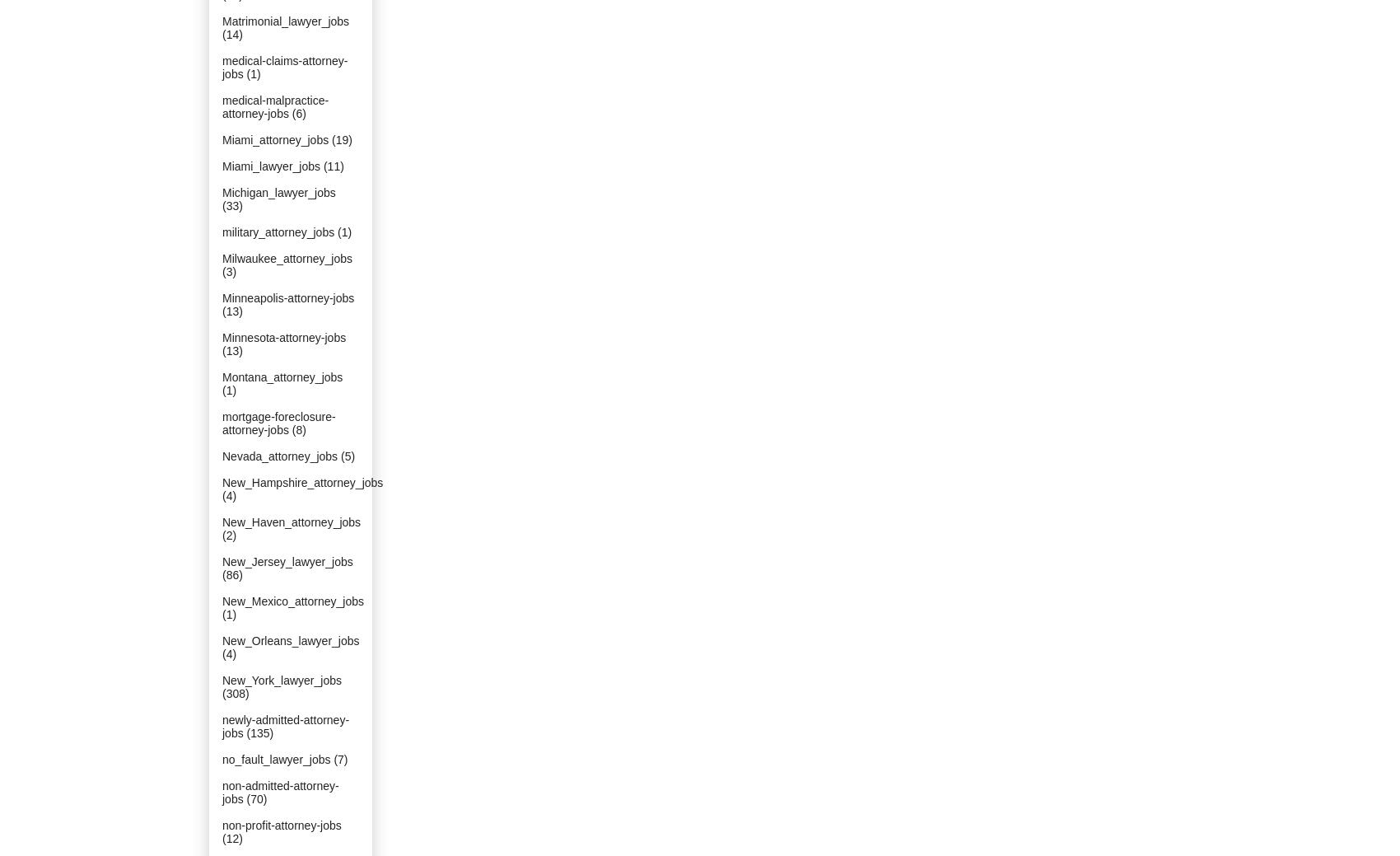 Image resolution: width=1400 pixels, height=856 pixels. Describe the element at coordinates (287, 561) in the screenshot. I see `'New_Jersey_lawyer_jobs'` at that location.